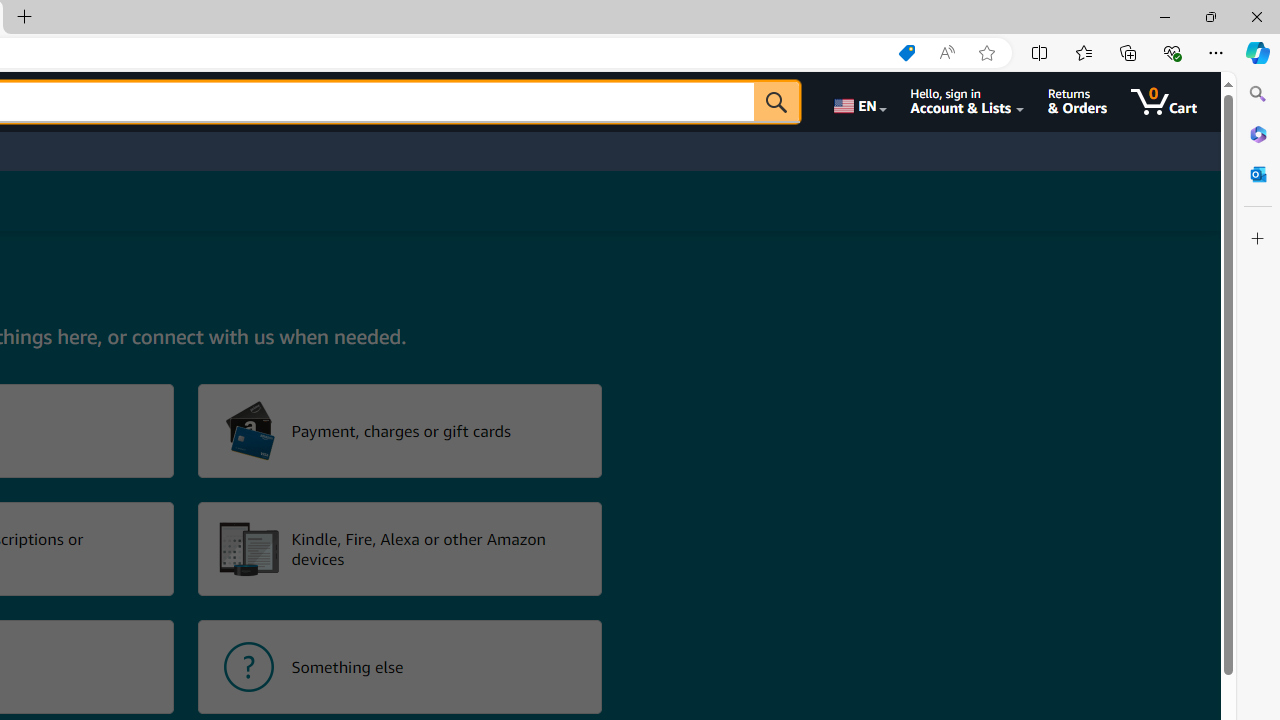 The width and height of the screenshot is (1280, 720). What do you see at coordinates (400, 549) in the screenshot?
I see `'Kindle, Fire, Alexa or other Amazon devices'` at bounding box center [400, 549].